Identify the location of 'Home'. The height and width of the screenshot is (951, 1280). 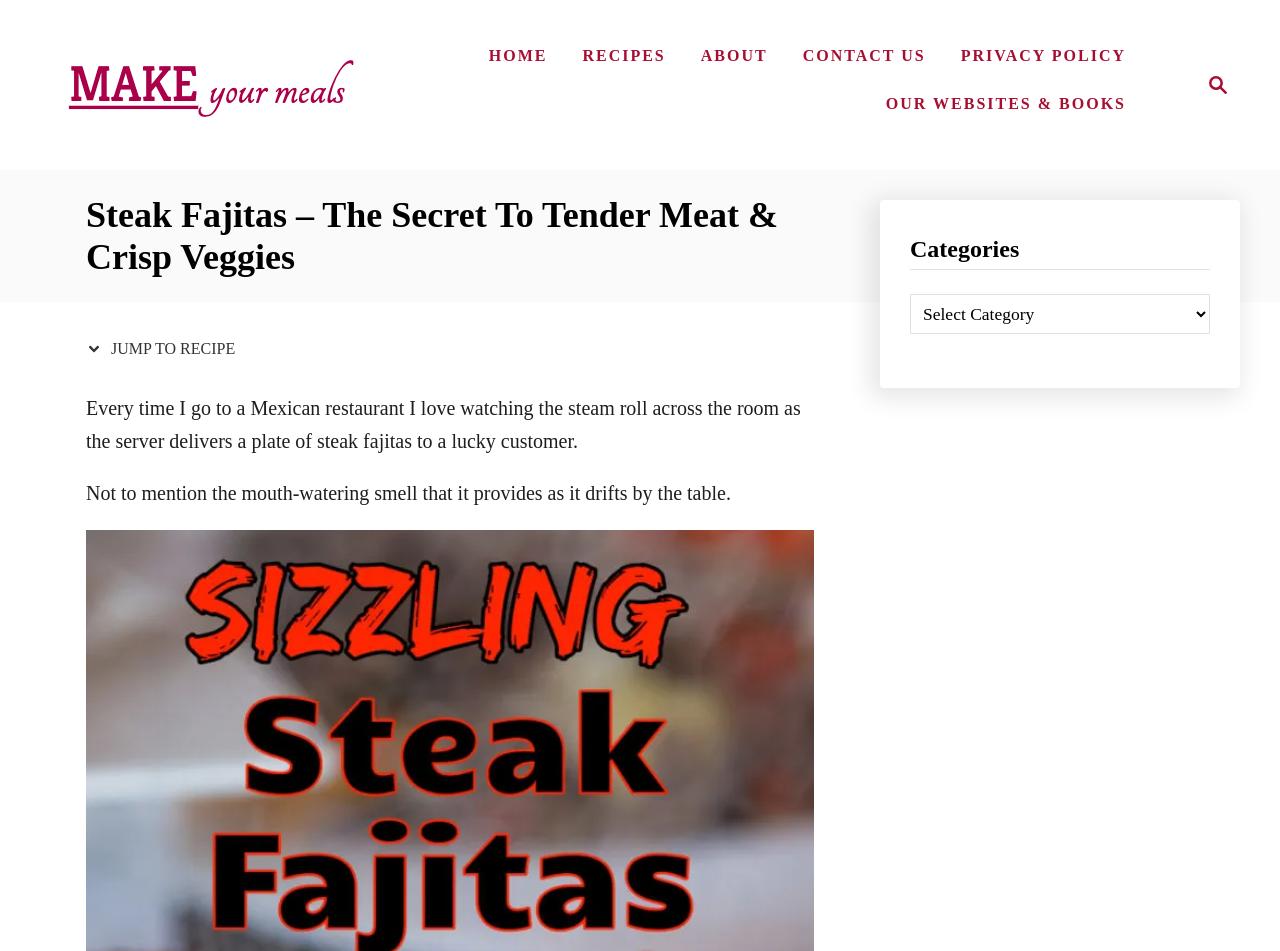
(517, 54).